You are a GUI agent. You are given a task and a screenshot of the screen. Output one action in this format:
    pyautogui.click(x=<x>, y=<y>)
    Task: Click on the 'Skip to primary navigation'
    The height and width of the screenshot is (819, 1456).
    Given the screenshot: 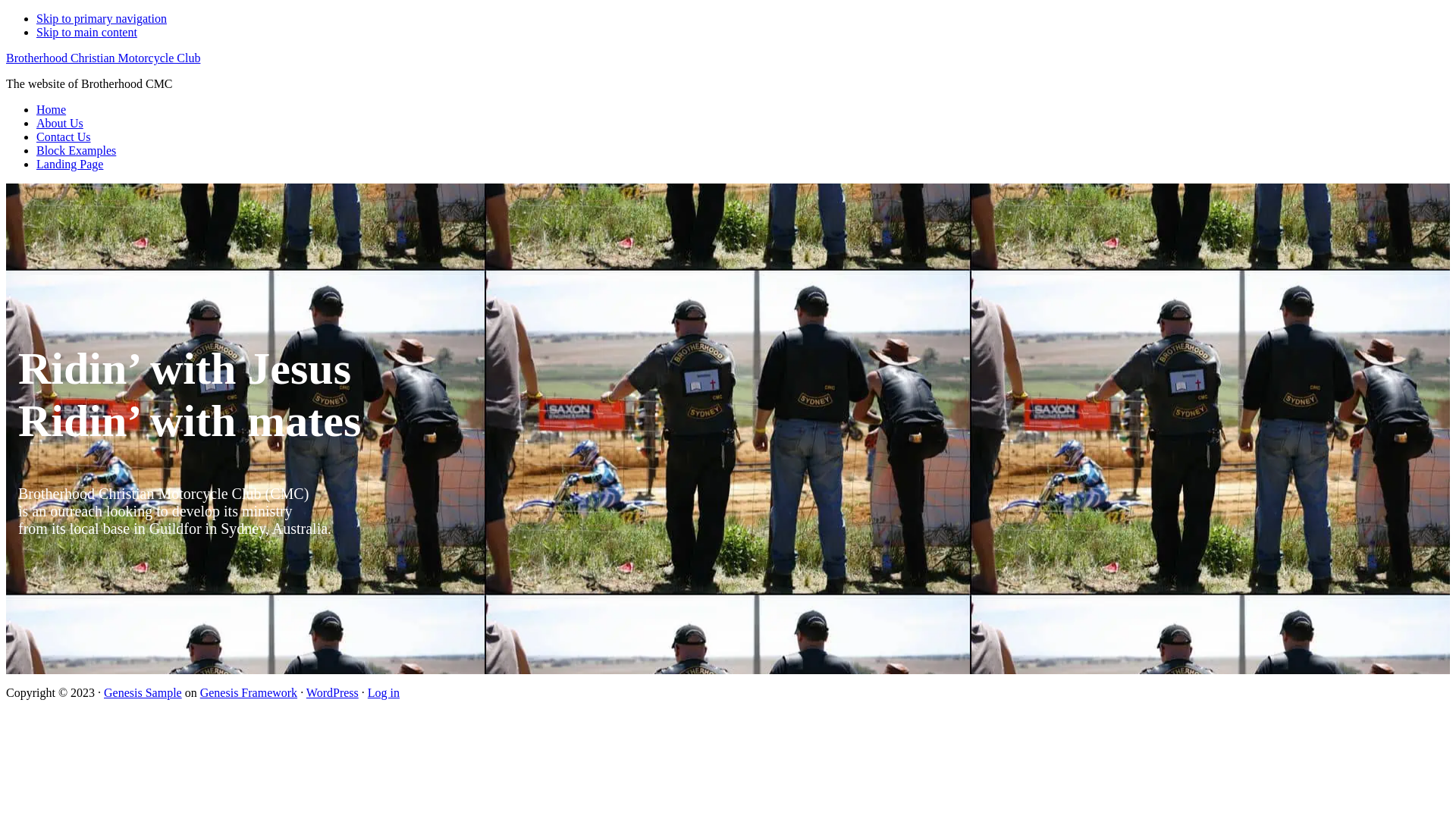 What is the action you would take?
    pyautogui.click(x=101, y=18)
    